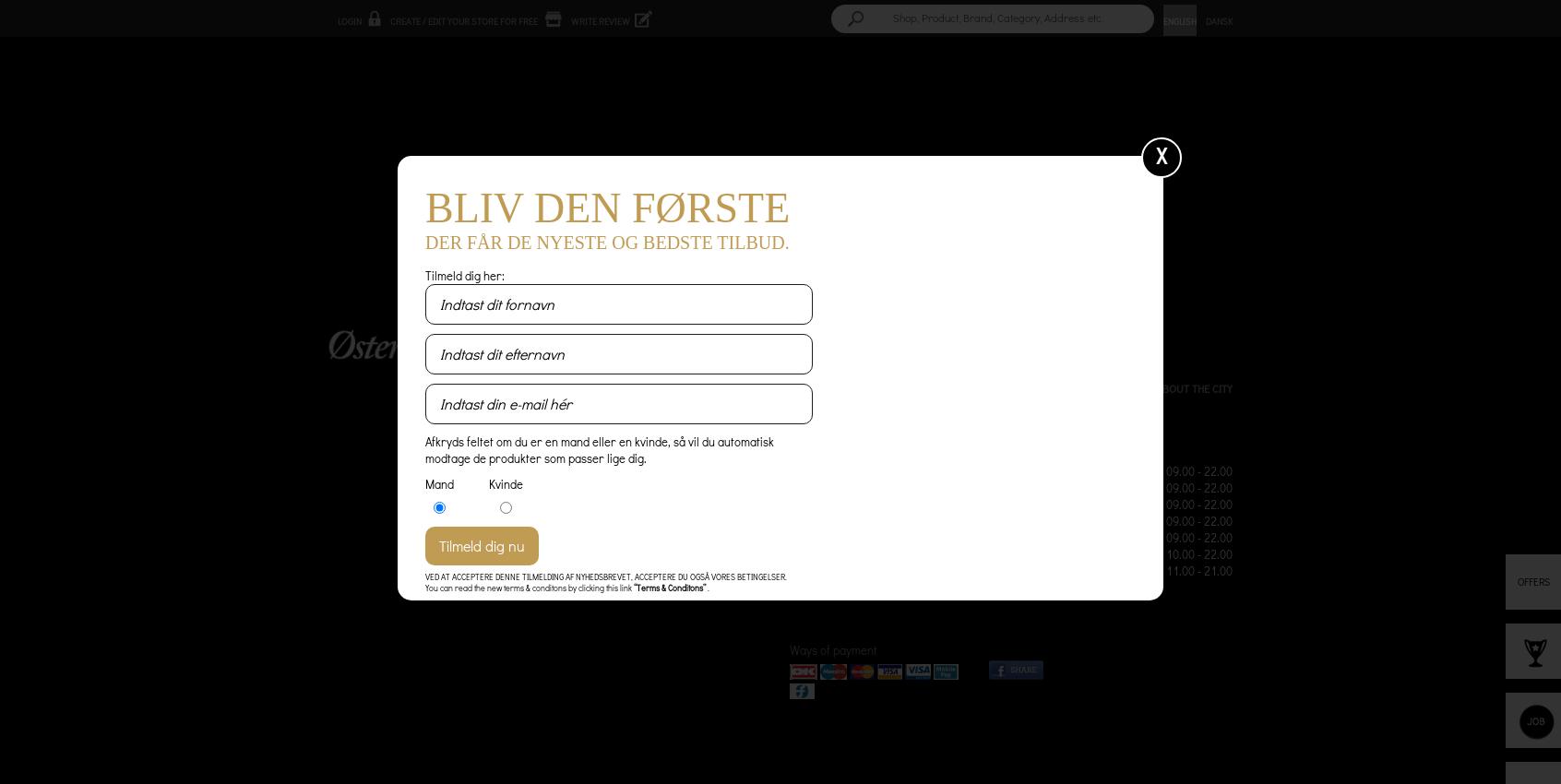  What do you see at coordinates (669, 587) in the screenshot?
I see `'“Terms & Conditons”'` at bounding box center [669, 587].